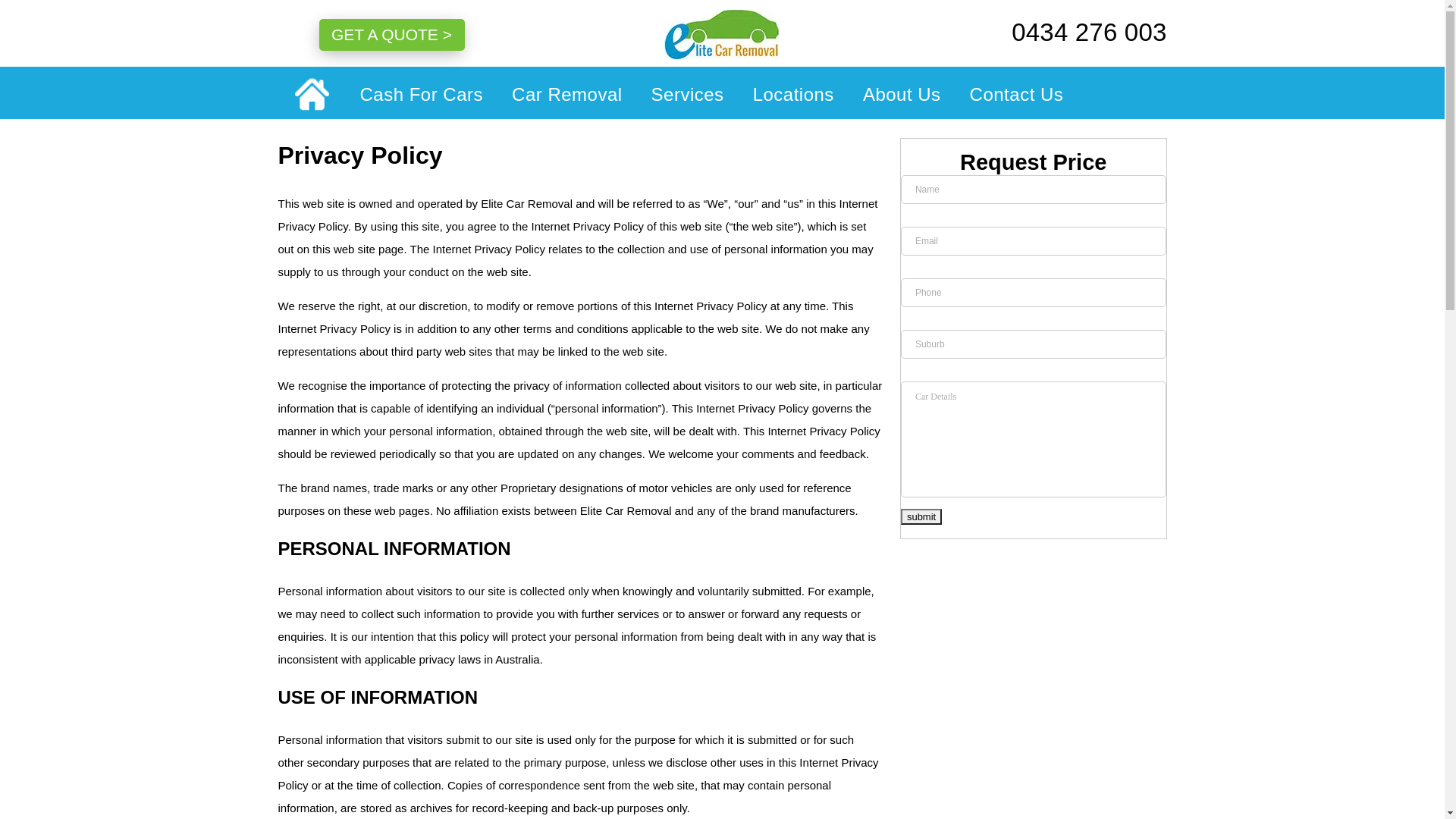  Describe the element at coordinates (391, 34) in the screenshot. I see `'GET A QUOTE >'` at that location.